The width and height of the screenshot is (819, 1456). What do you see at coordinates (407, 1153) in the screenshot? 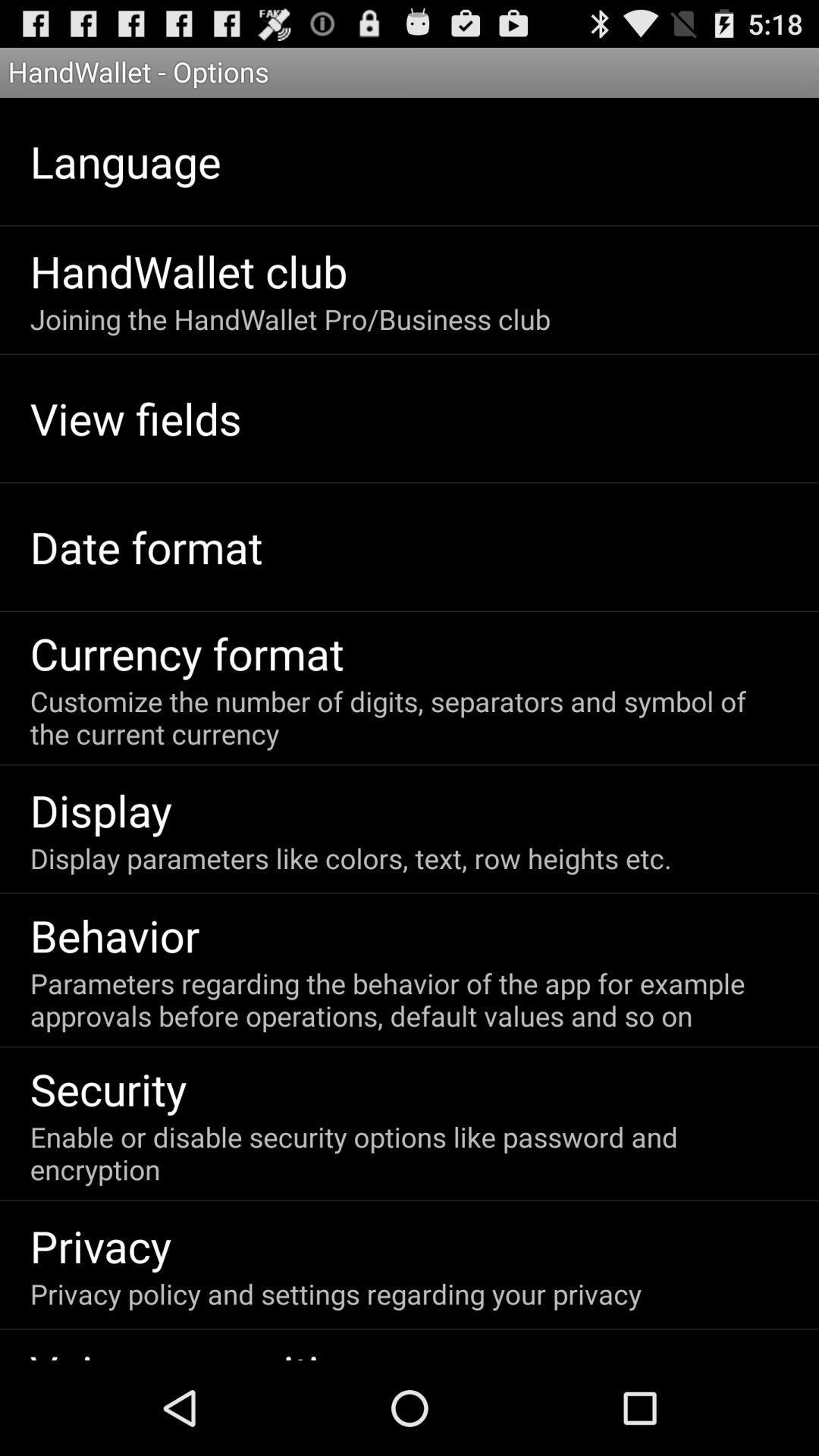
I see `enable or disable icon` at bounding box center [407, 1153].